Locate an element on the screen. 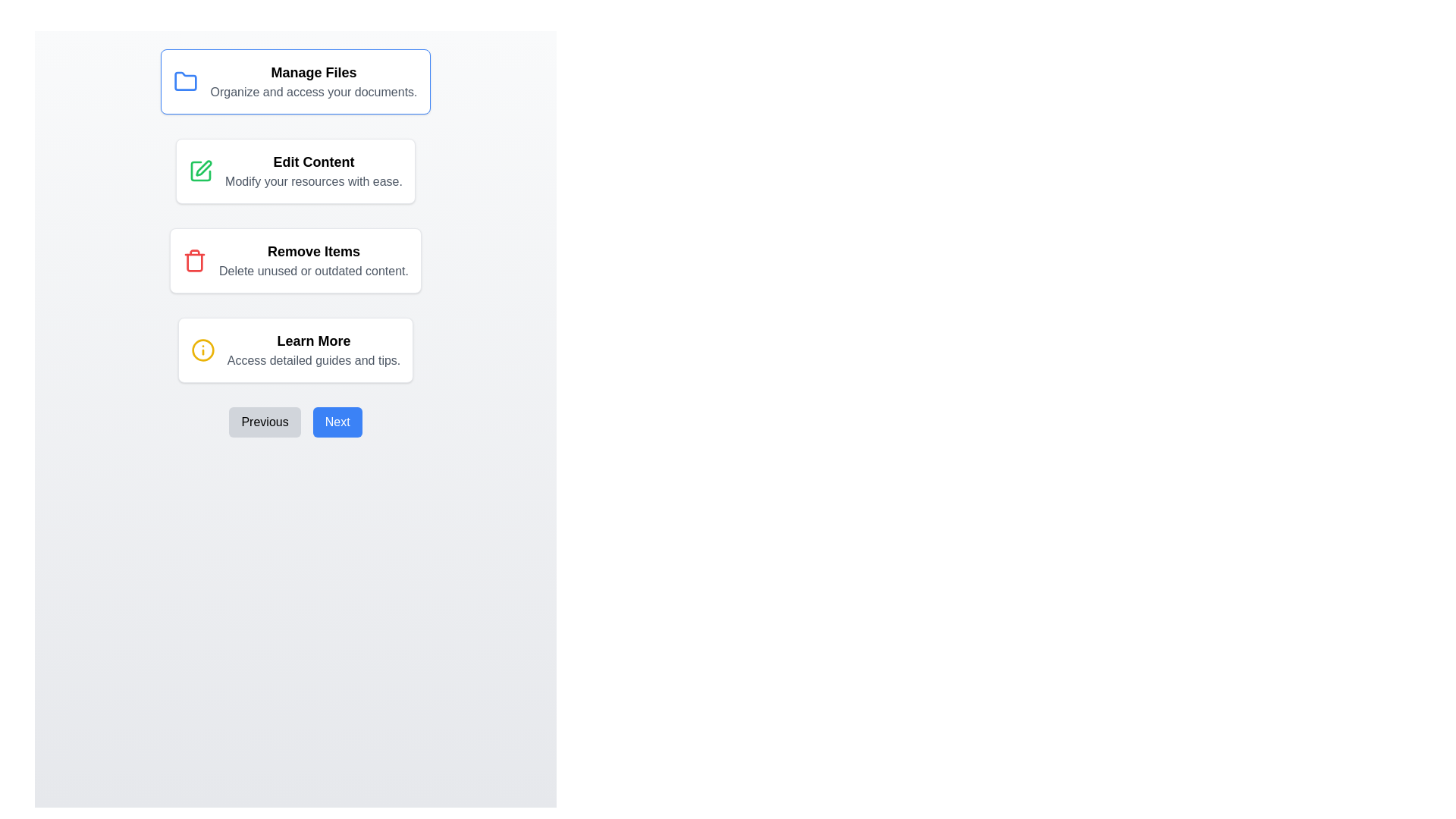 This screenshot has height=819, width=1456. the pen icon in the 'Edit Content' section, which visually indicates the editing functionality is located at coordinates (202, 168).